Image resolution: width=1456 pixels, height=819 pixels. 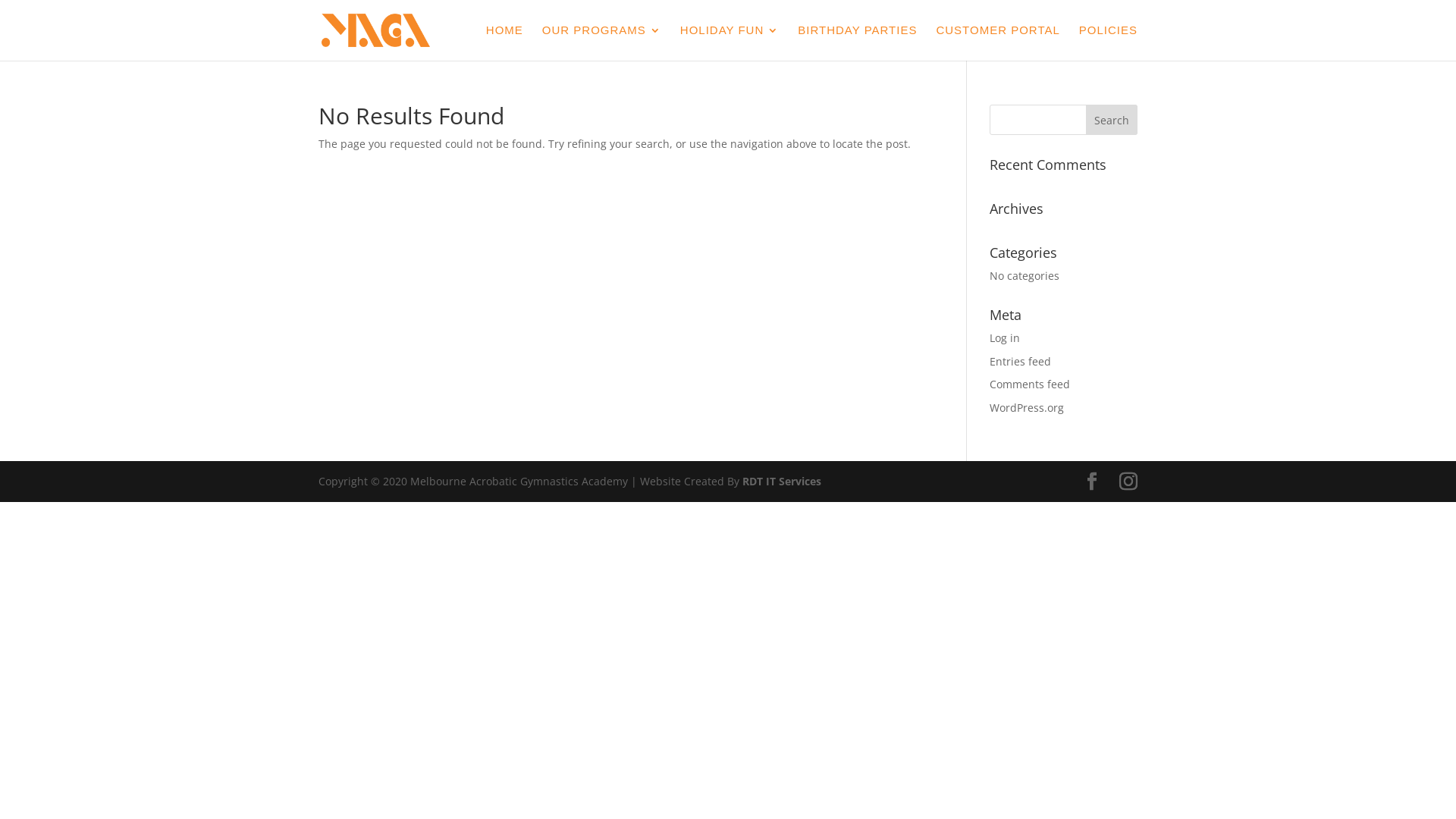 I want to click on 'Log in', so click(x=1004, y=337).